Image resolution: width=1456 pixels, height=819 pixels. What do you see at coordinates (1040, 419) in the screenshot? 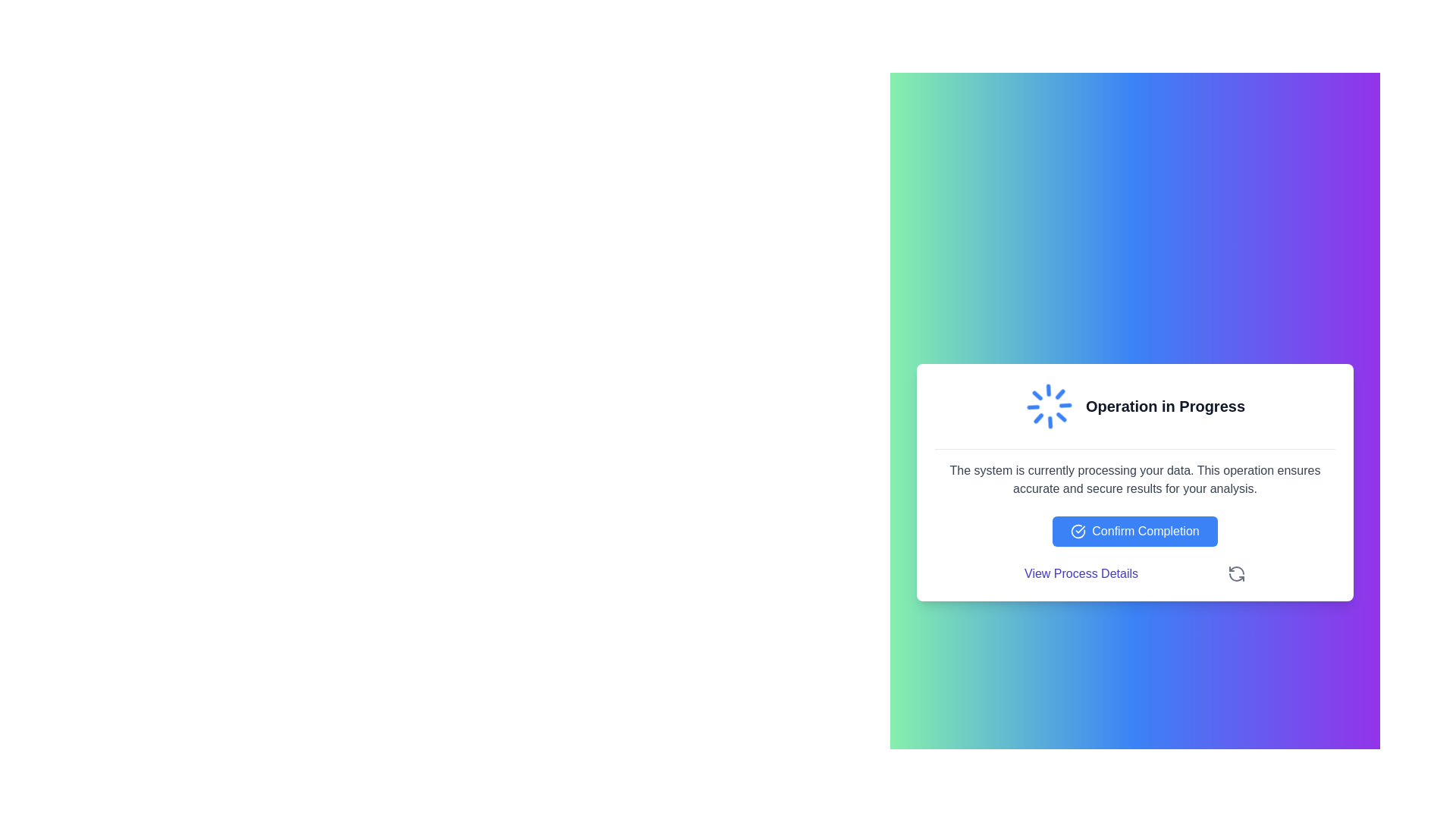
I see `the second diagonal line segment of the circular loader animation located at the upper left part of the loader` at bounding box center [1040, 419].